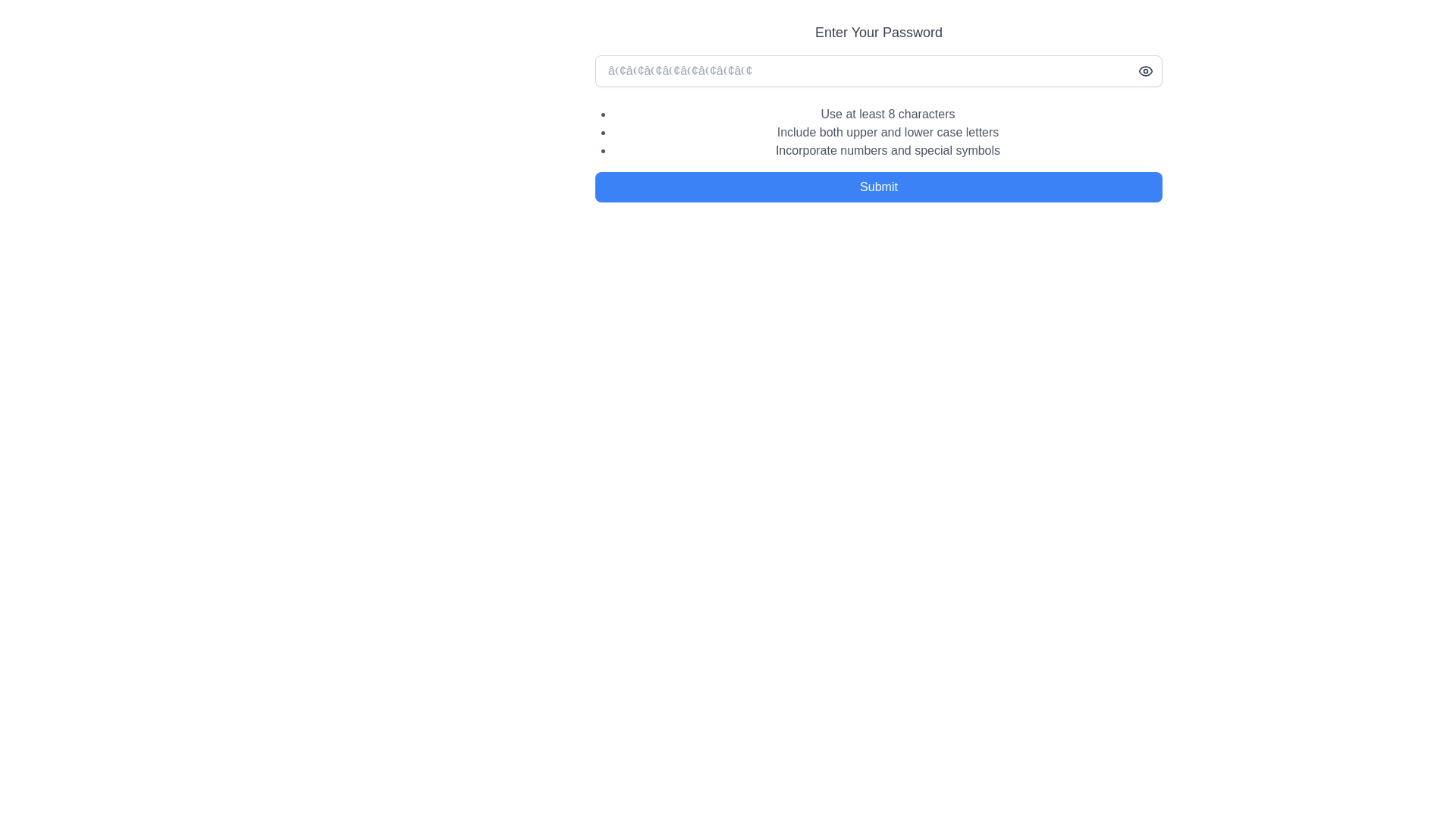 The image size is (1456, 819). Describe the element at coordinates (878, 128) in the screenshot. I see `instructions provided in the bulleted list of password requirements located centrally underneath the password input field` at that location.